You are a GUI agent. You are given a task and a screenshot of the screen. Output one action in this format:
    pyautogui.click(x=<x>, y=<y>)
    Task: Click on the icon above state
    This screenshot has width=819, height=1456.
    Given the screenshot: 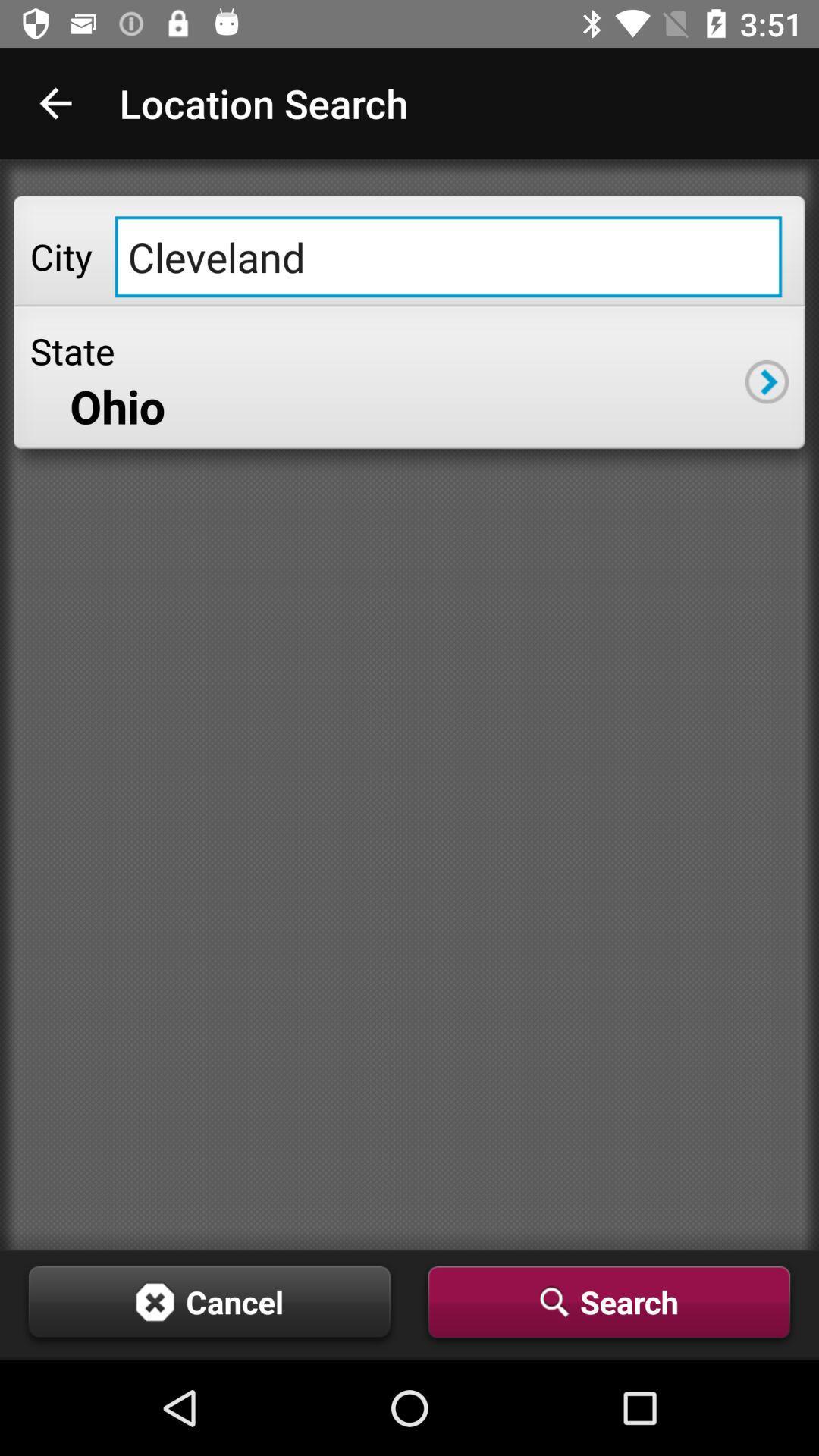 What is the action you would take?
    pyautogui.click(x=447, y=256)
    